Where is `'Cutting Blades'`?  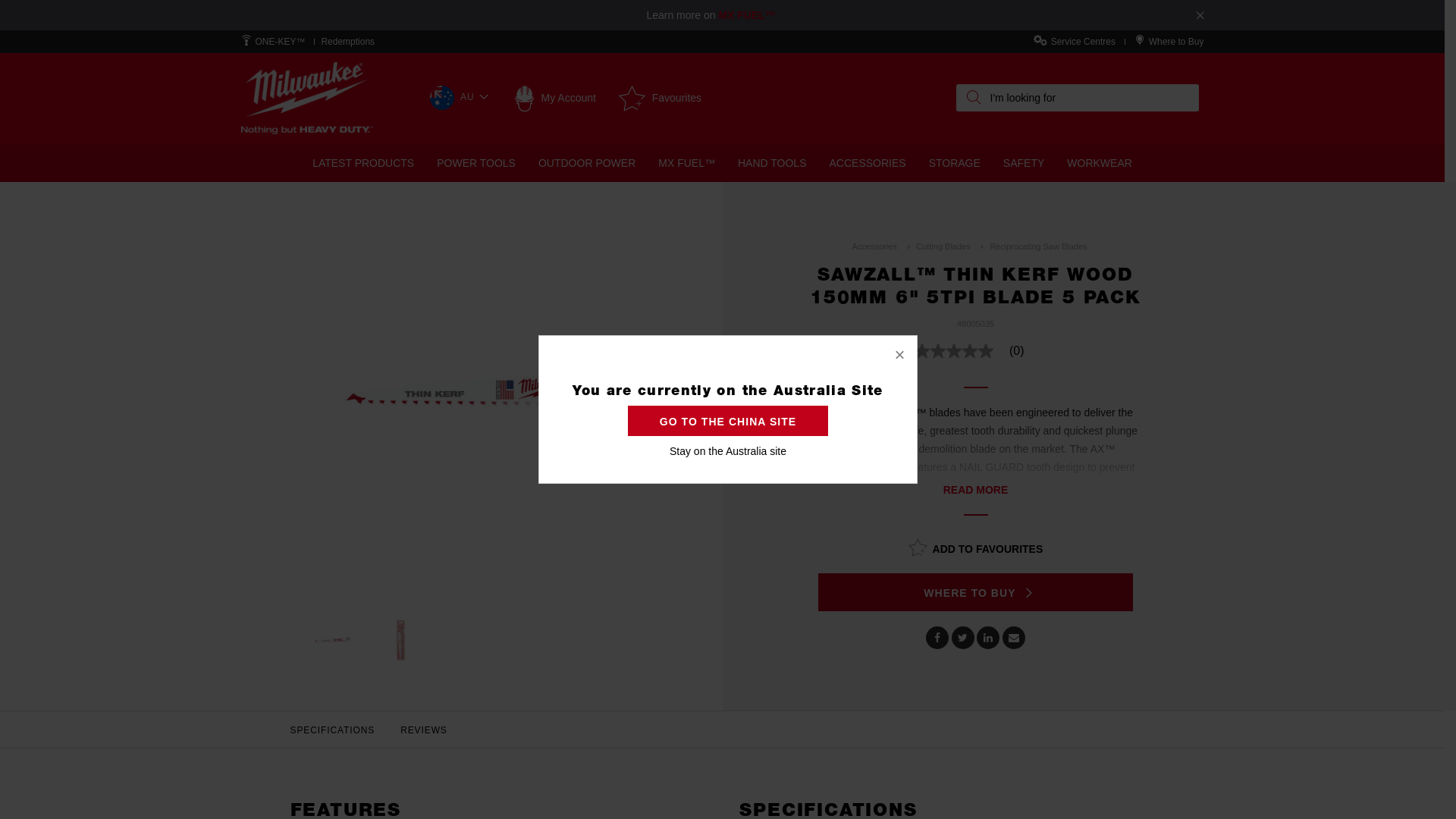
'Cutting Blades' is located at coordinates (942, 245).